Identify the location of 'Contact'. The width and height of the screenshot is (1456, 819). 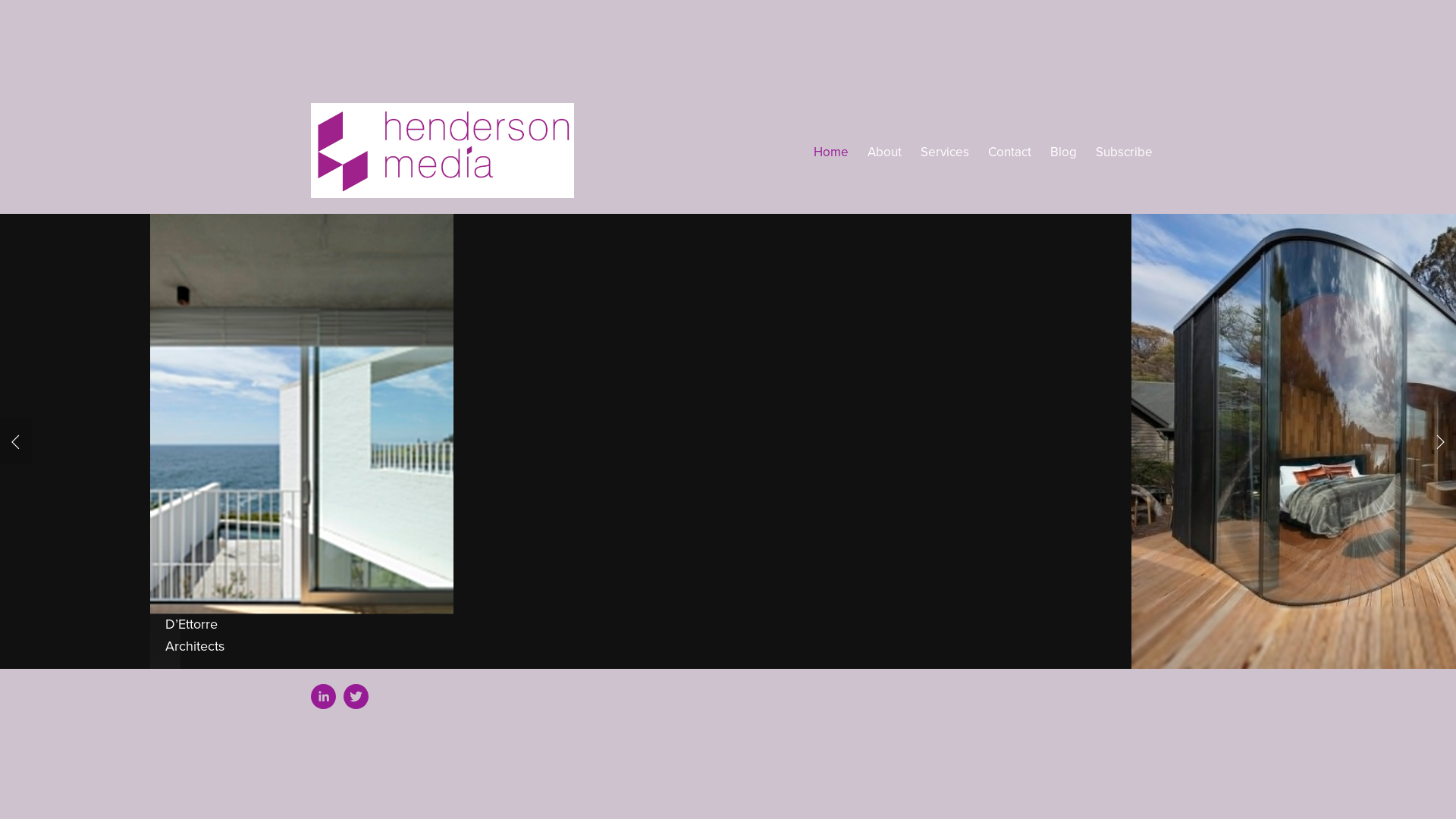
(1009, 152).